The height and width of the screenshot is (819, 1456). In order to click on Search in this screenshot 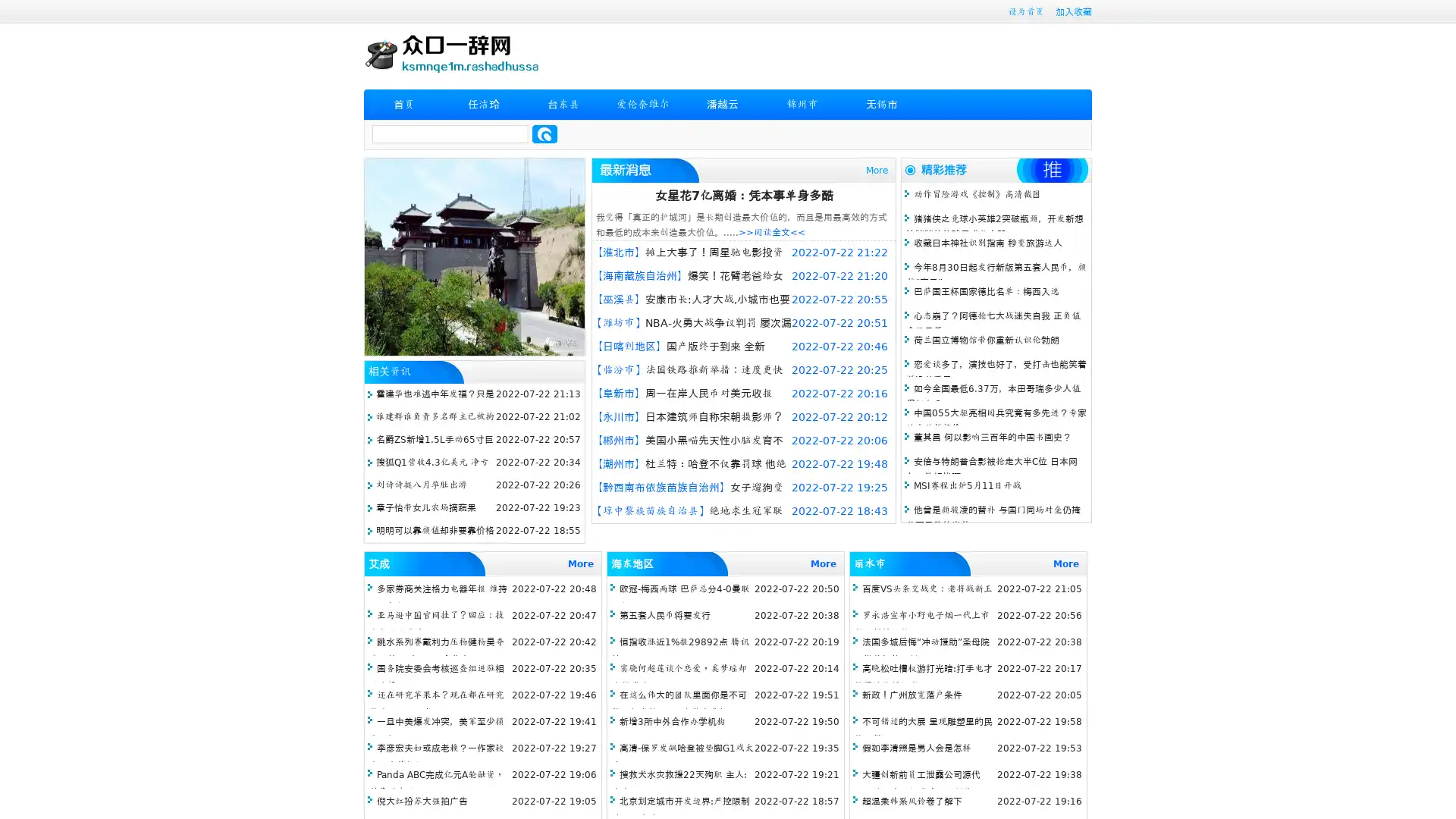, I will do `click(544, 133)`.